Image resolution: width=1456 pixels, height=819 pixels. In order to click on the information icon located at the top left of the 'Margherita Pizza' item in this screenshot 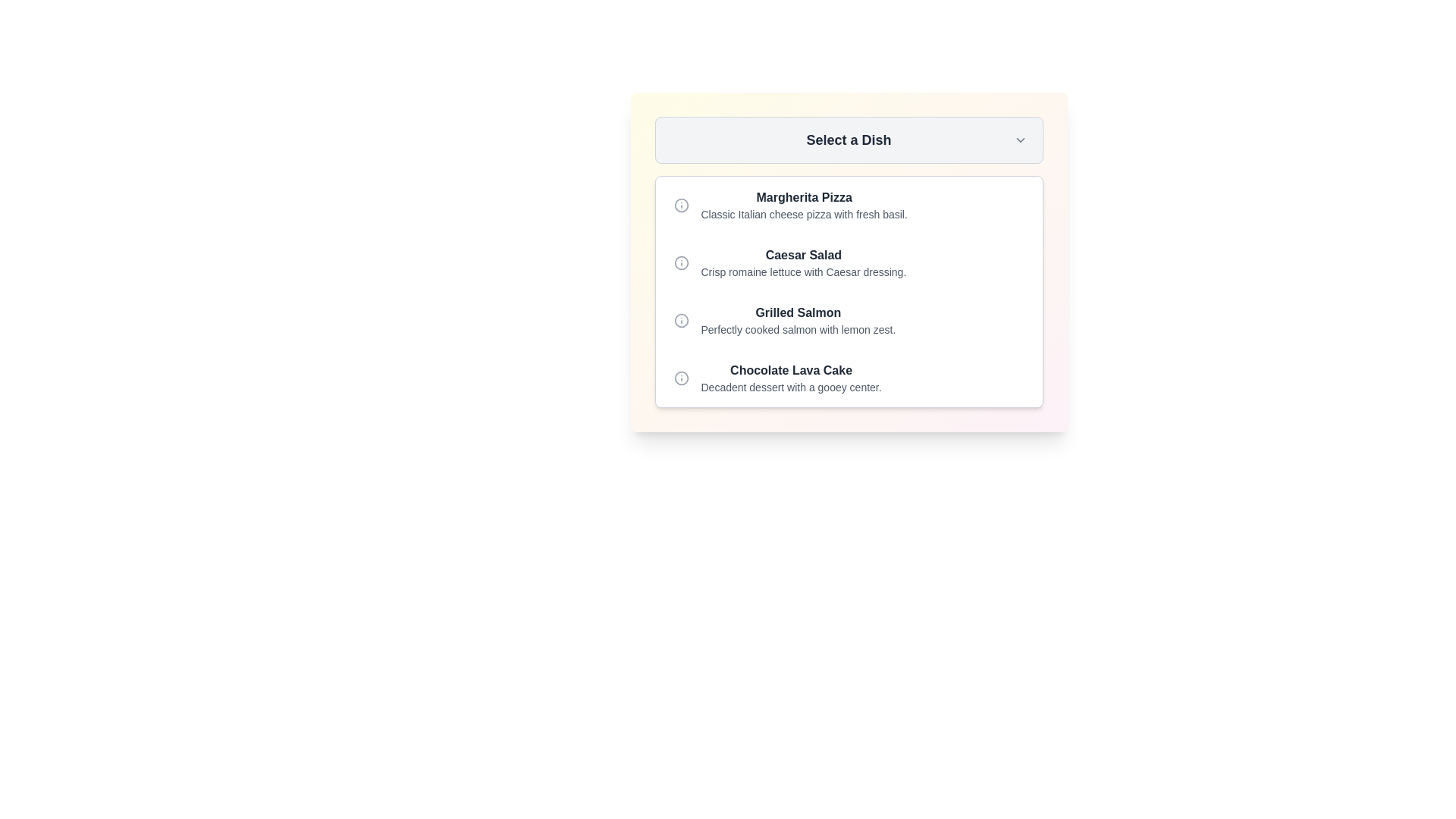, I will do `click(680, 205)`.